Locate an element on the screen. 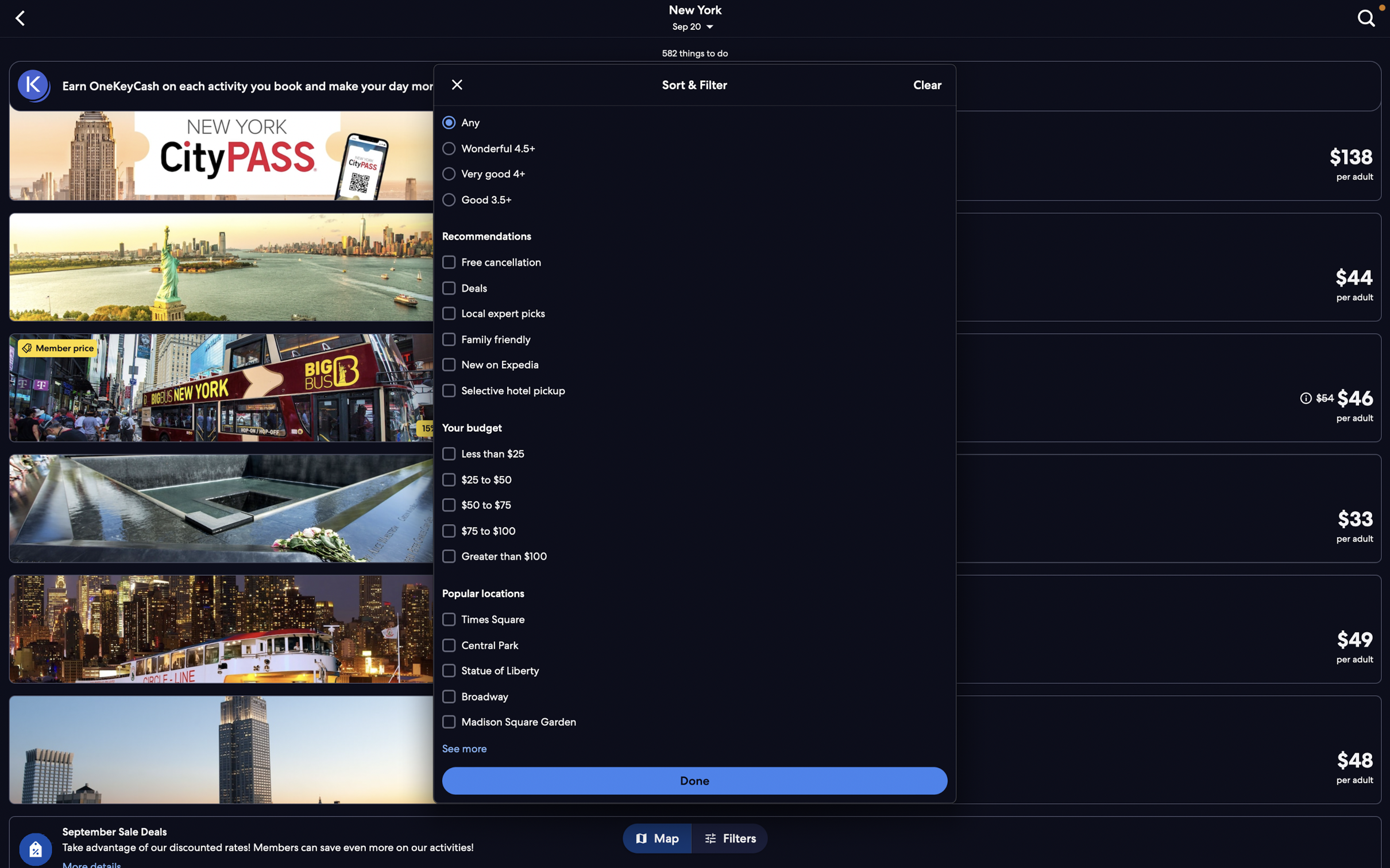 The height and width of the screenshot is (868, 1390). Opt for places allowing free cancellation and are family friendly is located at coordinates (692, 262).